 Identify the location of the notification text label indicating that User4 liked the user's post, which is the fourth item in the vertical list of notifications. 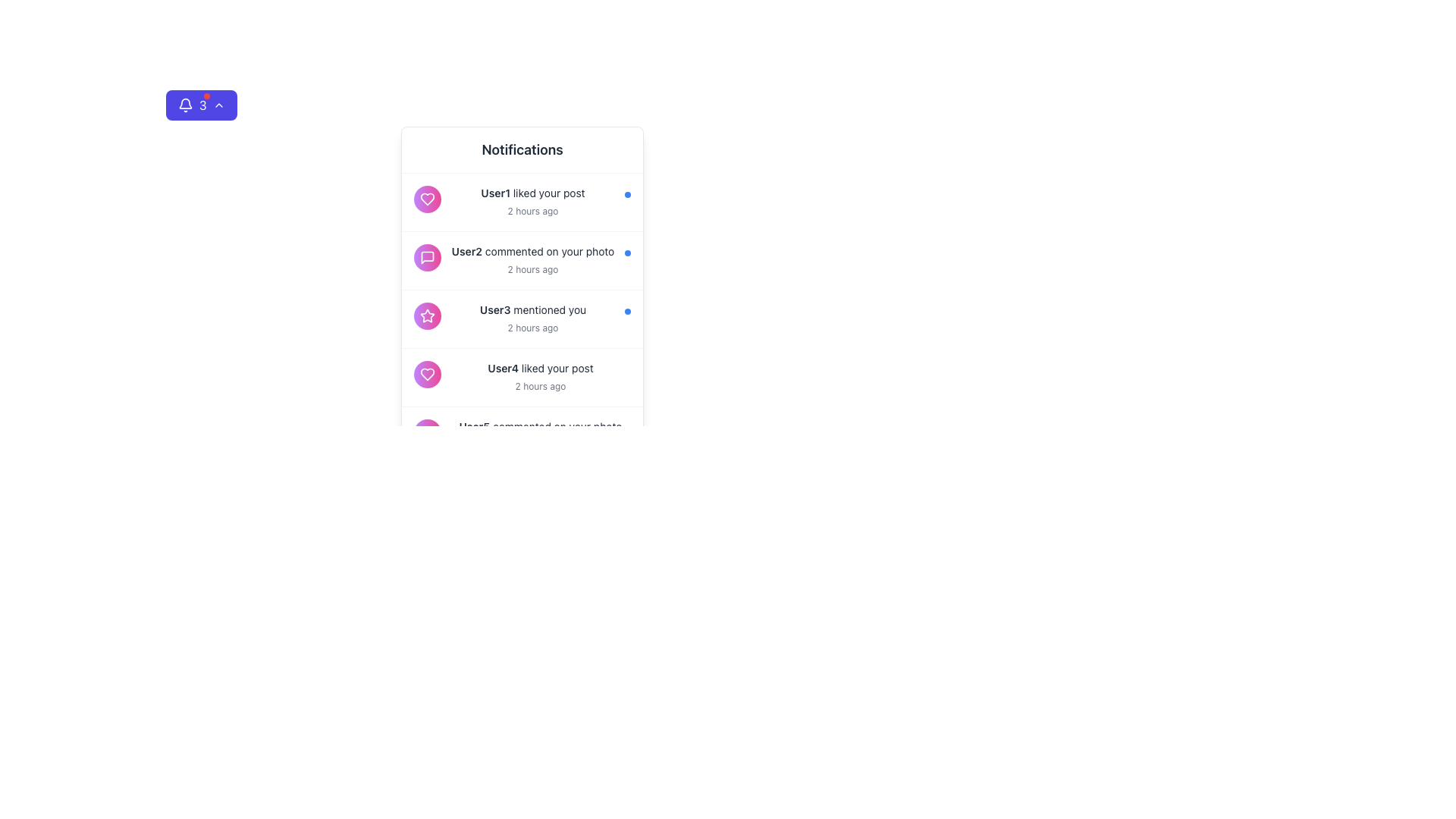
(541, 376).